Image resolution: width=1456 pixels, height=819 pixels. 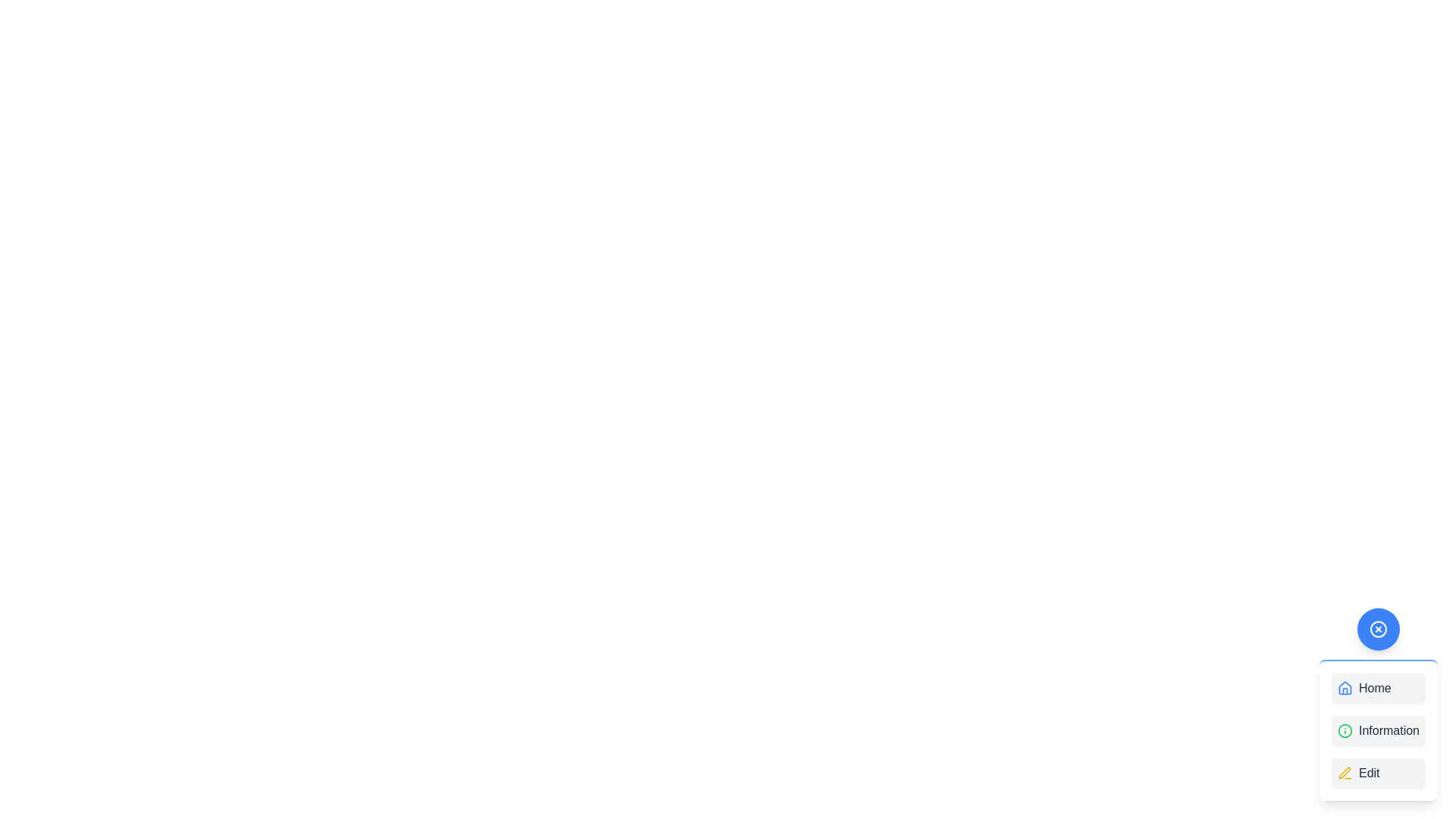 I want to click on the 'Information' button, which is a rectangular button with a light gray background, rounded corners, and a green information icon followed by the text 'Information' in bold, dark gray font, so click(x=1379, y=730).